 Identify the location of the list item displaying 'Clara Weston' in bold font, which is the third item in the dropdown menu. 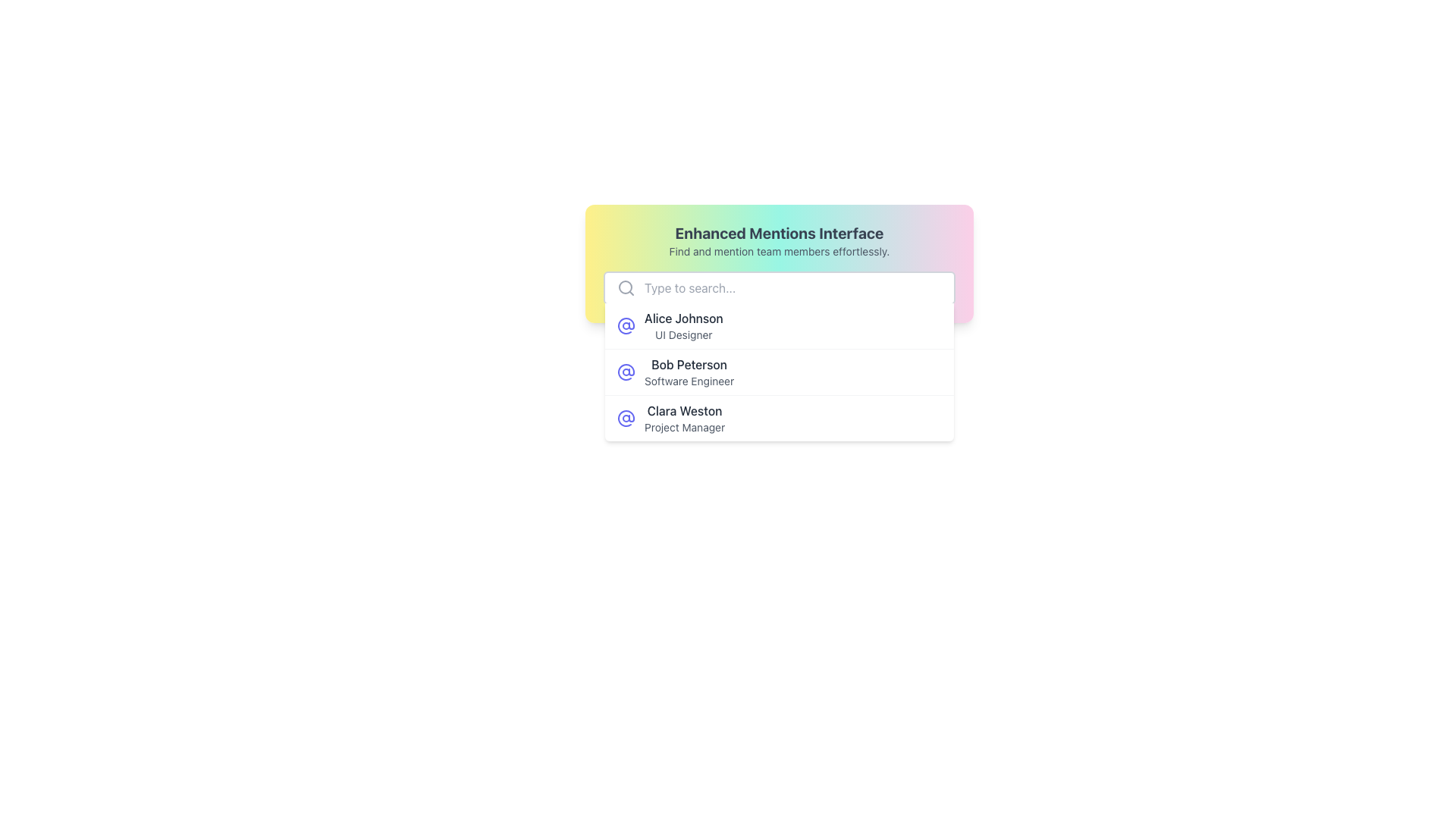
(779, 418).